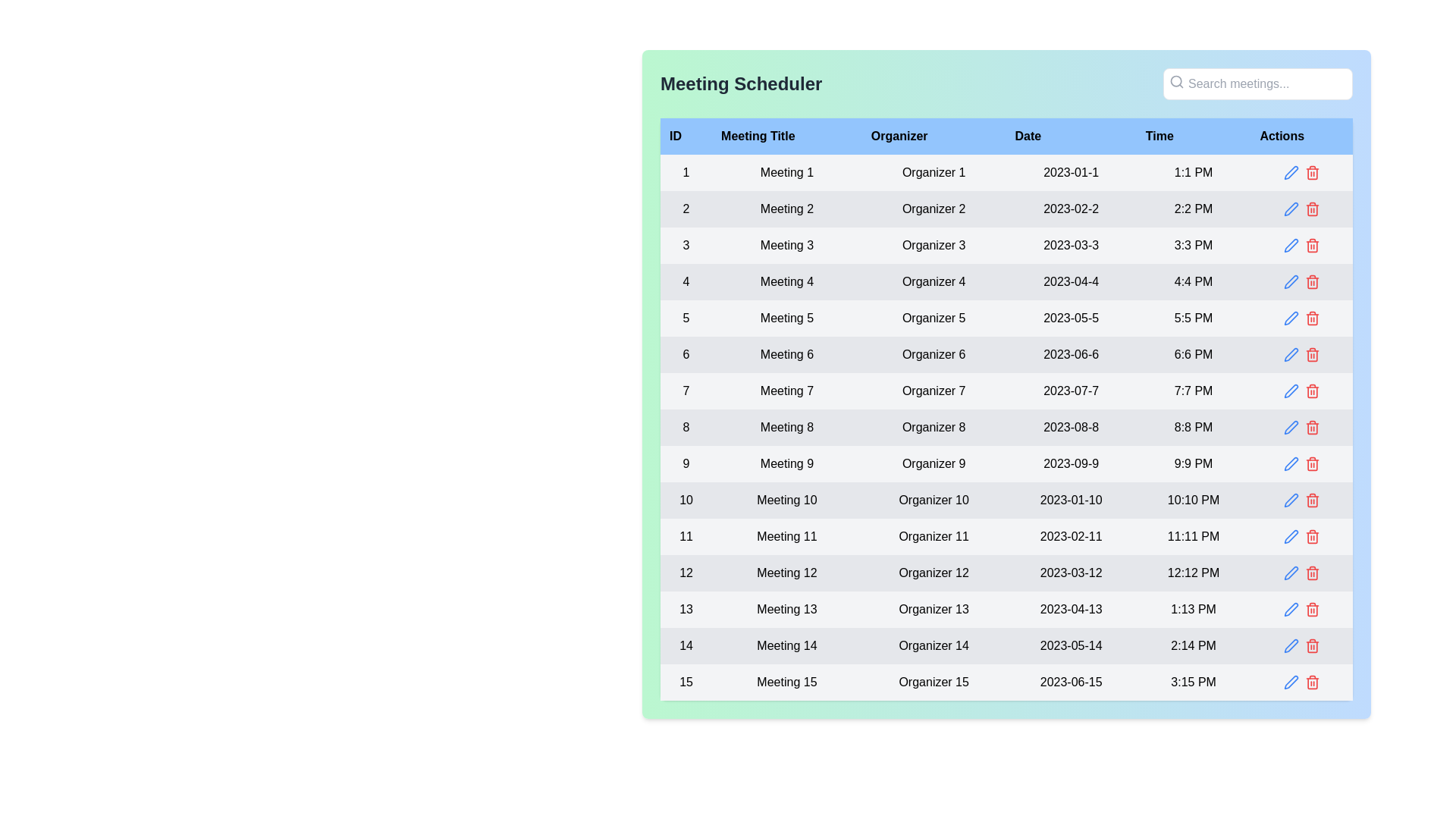 The width and height of the screenshot is (1456, 819). What do you see at coordinates (1311, 245) in the screenshot?
I see `the trash bin icon button` at bounding box center [1311, 245].